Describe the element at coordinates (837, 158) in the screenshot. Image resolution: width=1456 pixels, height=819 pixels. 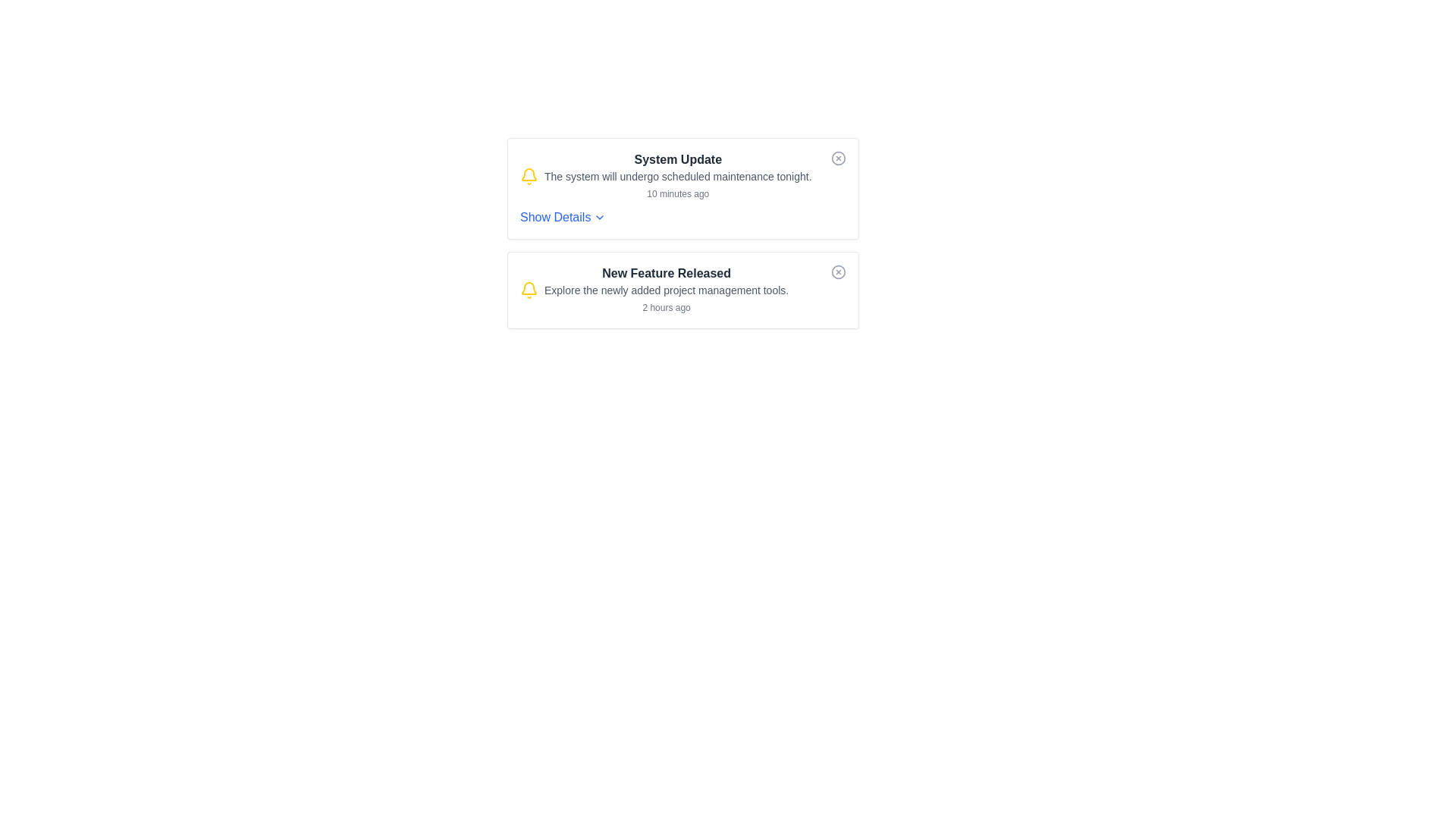
I see `the circular 'close' button with an 'X' symbol located in the upper-right corner of the 'System Update' notification block` at that location.